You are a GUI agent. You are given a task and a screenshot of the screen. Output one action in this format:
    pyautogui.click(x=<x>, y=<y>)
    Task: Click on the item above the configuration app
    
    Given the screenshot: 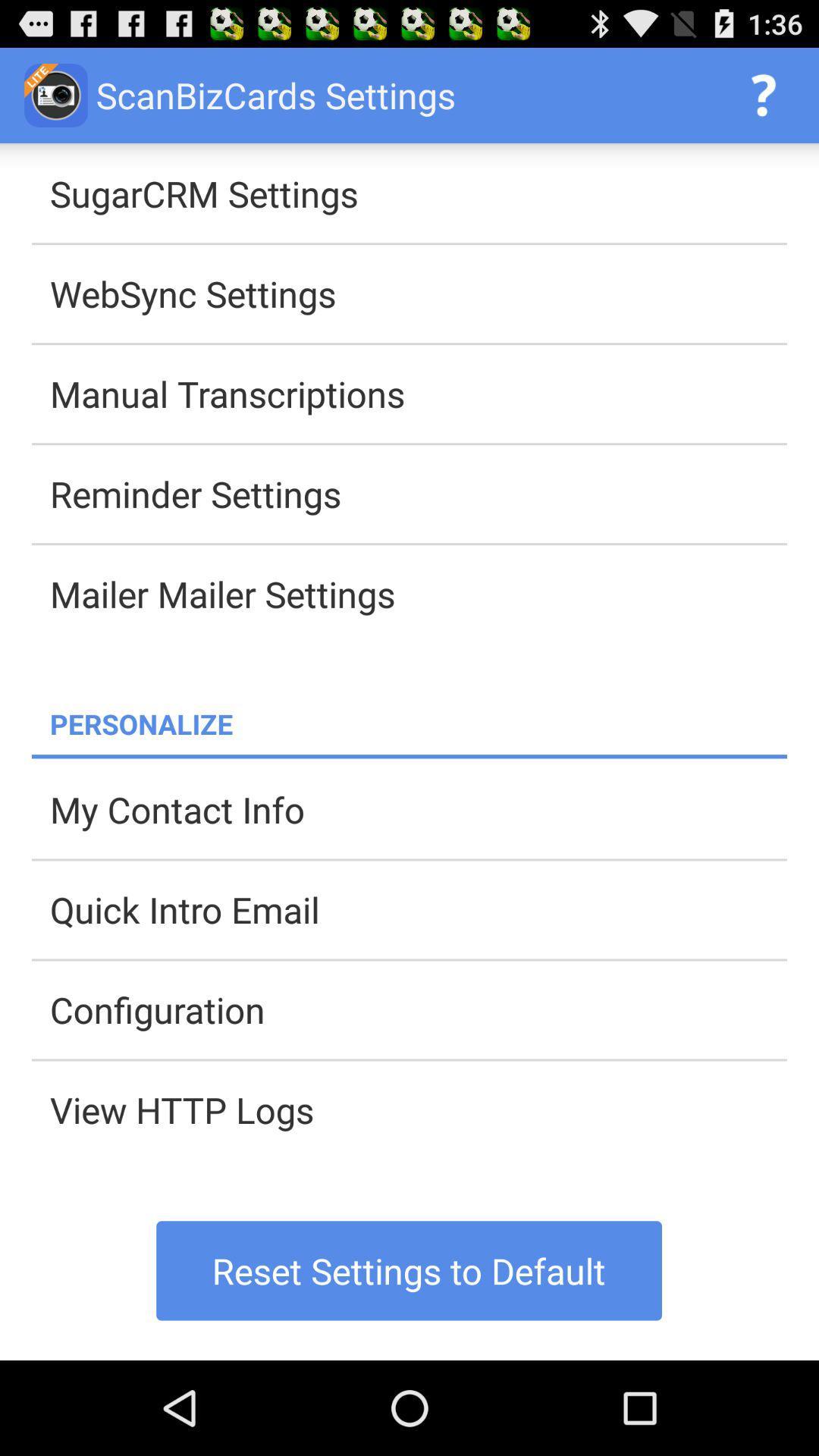 What is the action you would take?
    pyautogui.click(x=418, y=909)
    